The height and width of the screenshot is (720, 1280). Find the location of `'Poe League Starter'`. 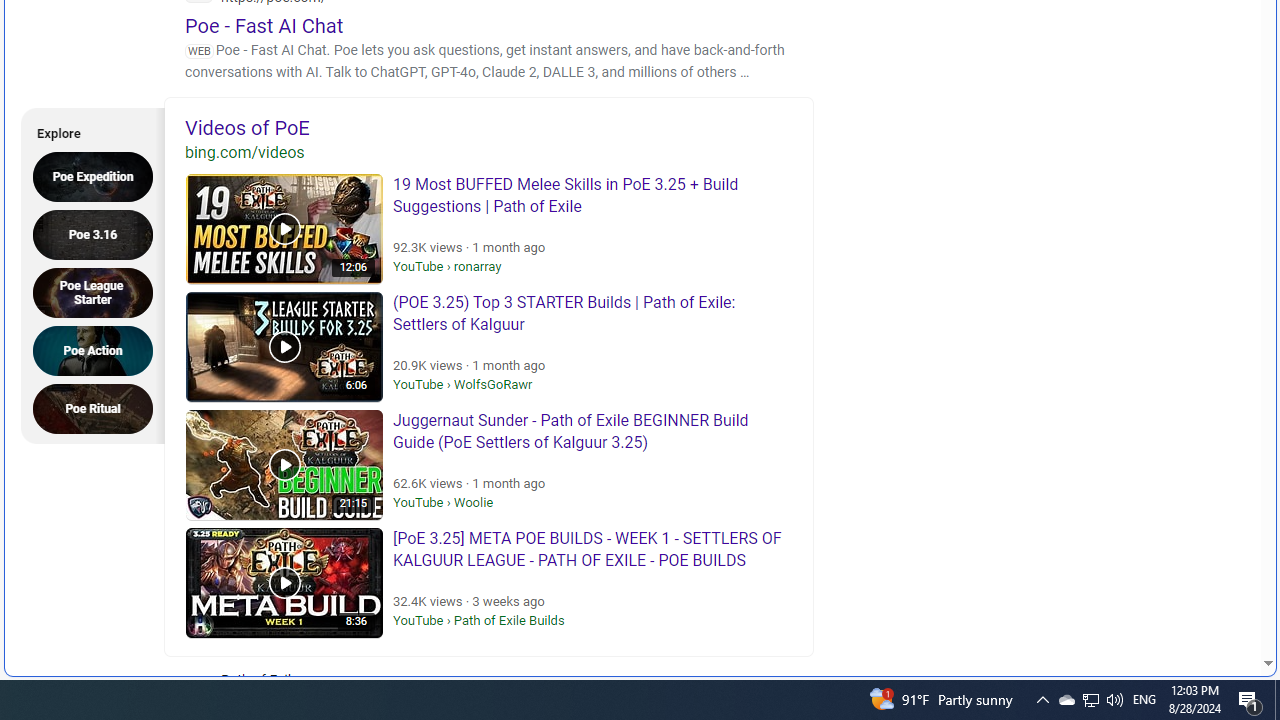

'Poe League Starter' is located at coordinates (98, 292).